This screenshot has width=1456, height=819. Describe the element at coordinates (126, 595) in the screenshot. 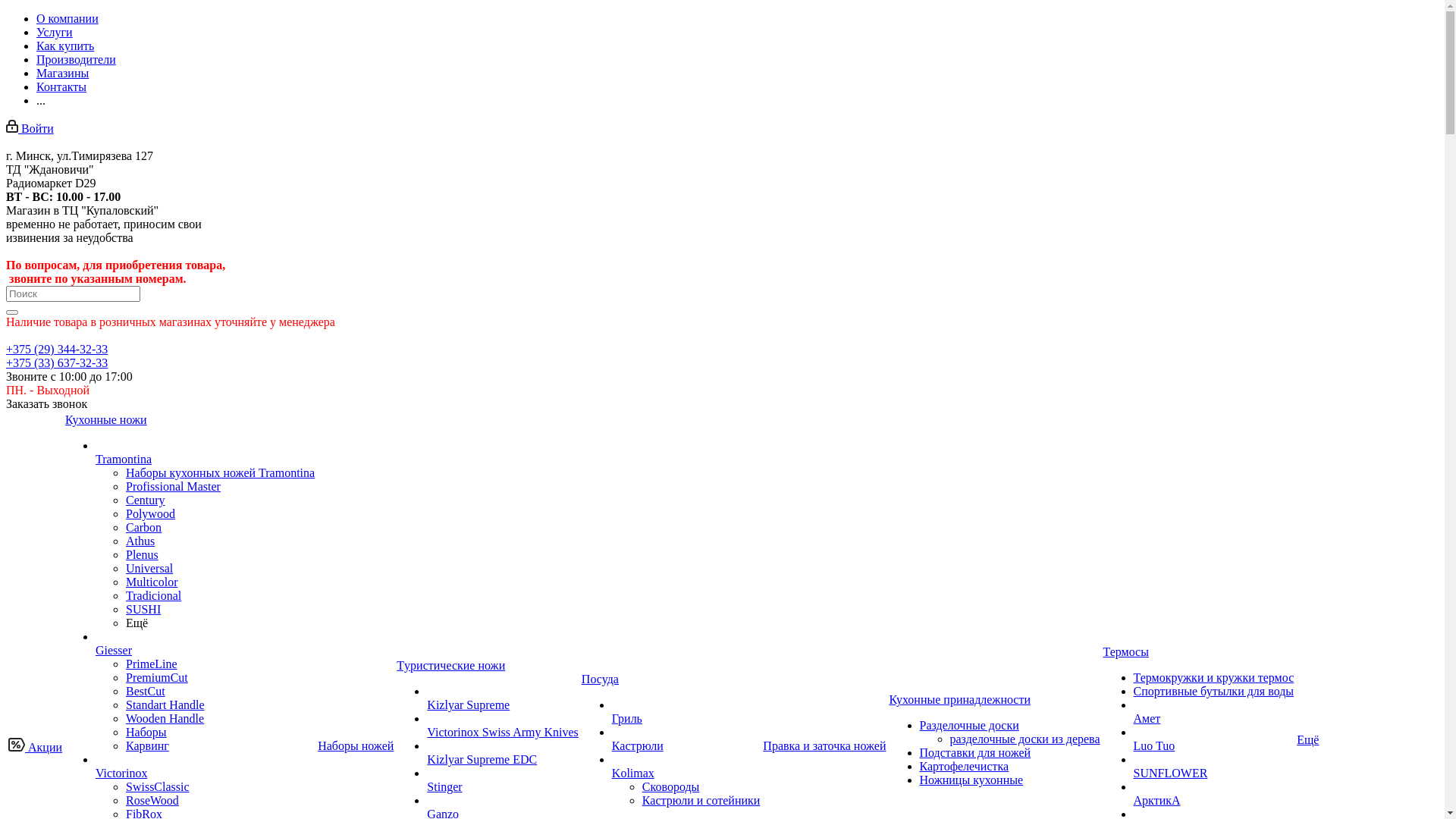

I see `'Tradicional'` at that location.